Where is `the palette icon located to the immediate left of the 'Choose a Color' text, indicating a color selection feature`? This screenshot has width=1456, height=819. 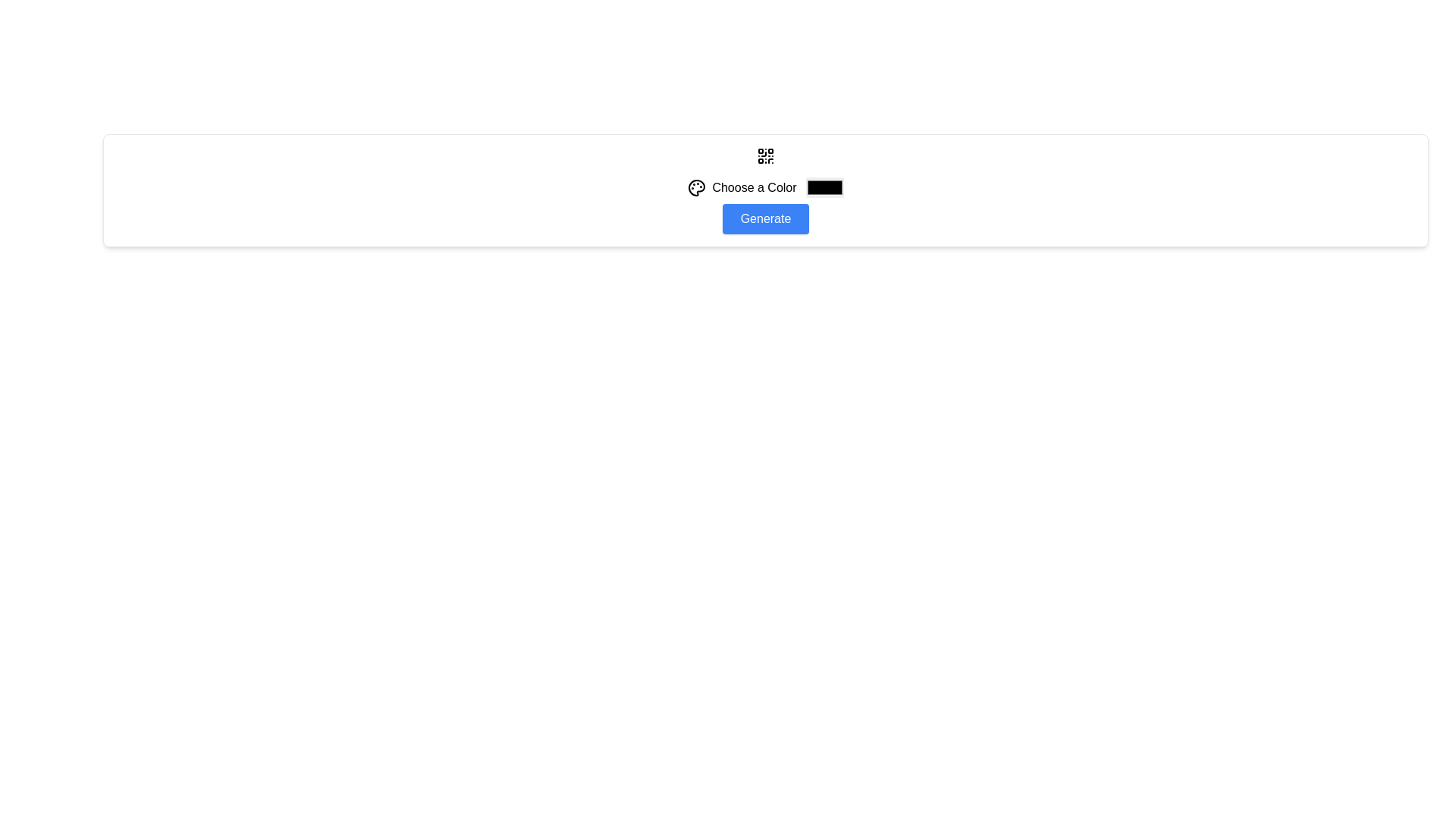 the palette icon located to the immediate left of the 'Choose a Color' text, indicating a color selection feature is located at coordinates (696, 187).